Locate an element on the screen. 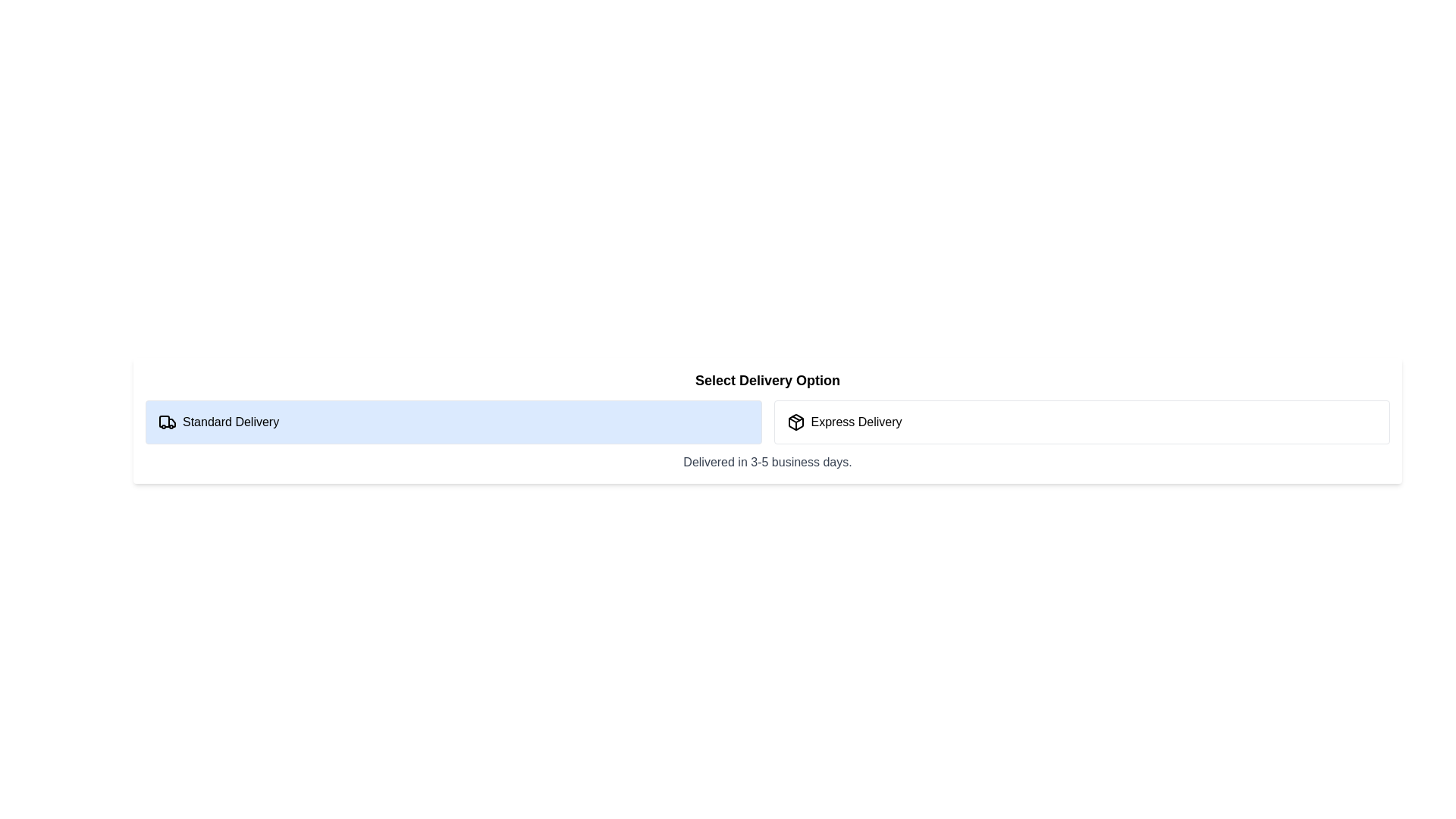 The width and height of the screenshot is (1456, 819). the 'Express Delivery' icon, which is positioned at the leftmost side of the delivery options group, to visually identify the selection is located at coordinates (795, 422).